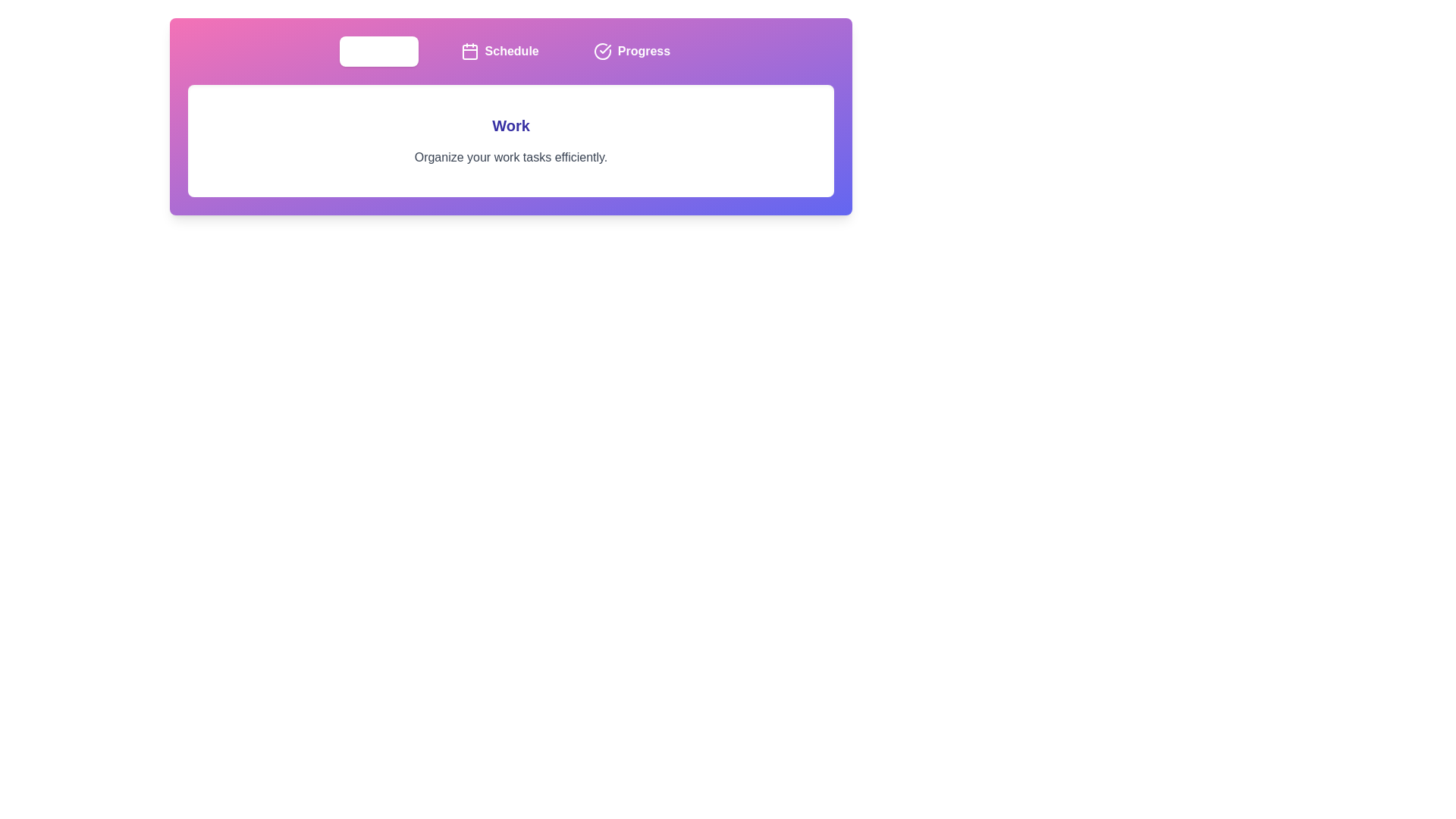 This screenshot has height=819, width=1456. Describe the element at coordinates (378, 51) in the screenshot. I see `the tab labeled Work` at that location.